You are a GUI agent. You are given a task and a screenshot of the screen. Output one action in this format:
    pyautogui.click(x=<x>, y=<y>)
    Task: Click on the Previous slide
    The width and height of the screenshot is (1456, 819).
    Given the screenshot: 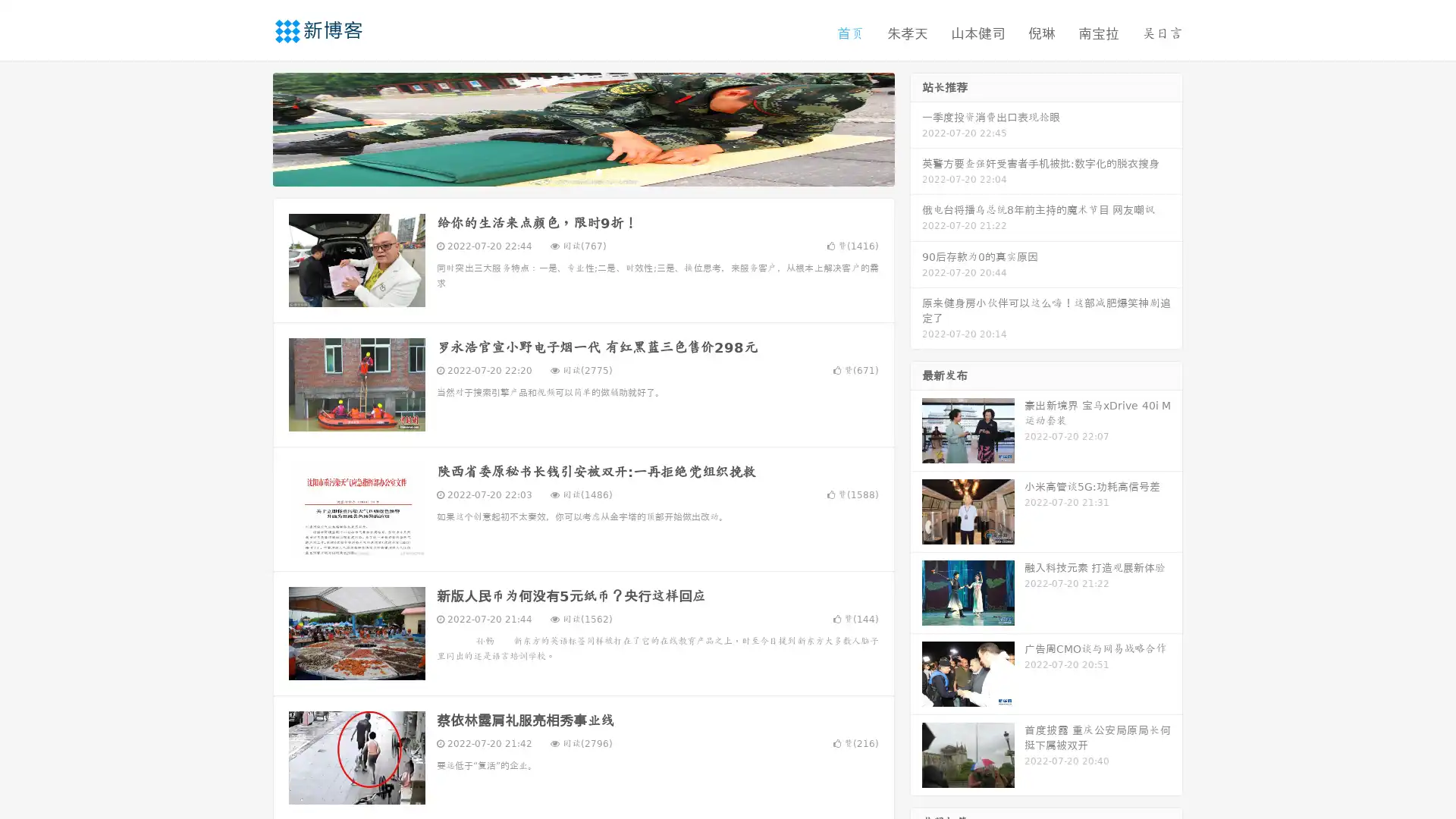 What is the action you would take?
    pyautogui.click(x=250, y=127)
    